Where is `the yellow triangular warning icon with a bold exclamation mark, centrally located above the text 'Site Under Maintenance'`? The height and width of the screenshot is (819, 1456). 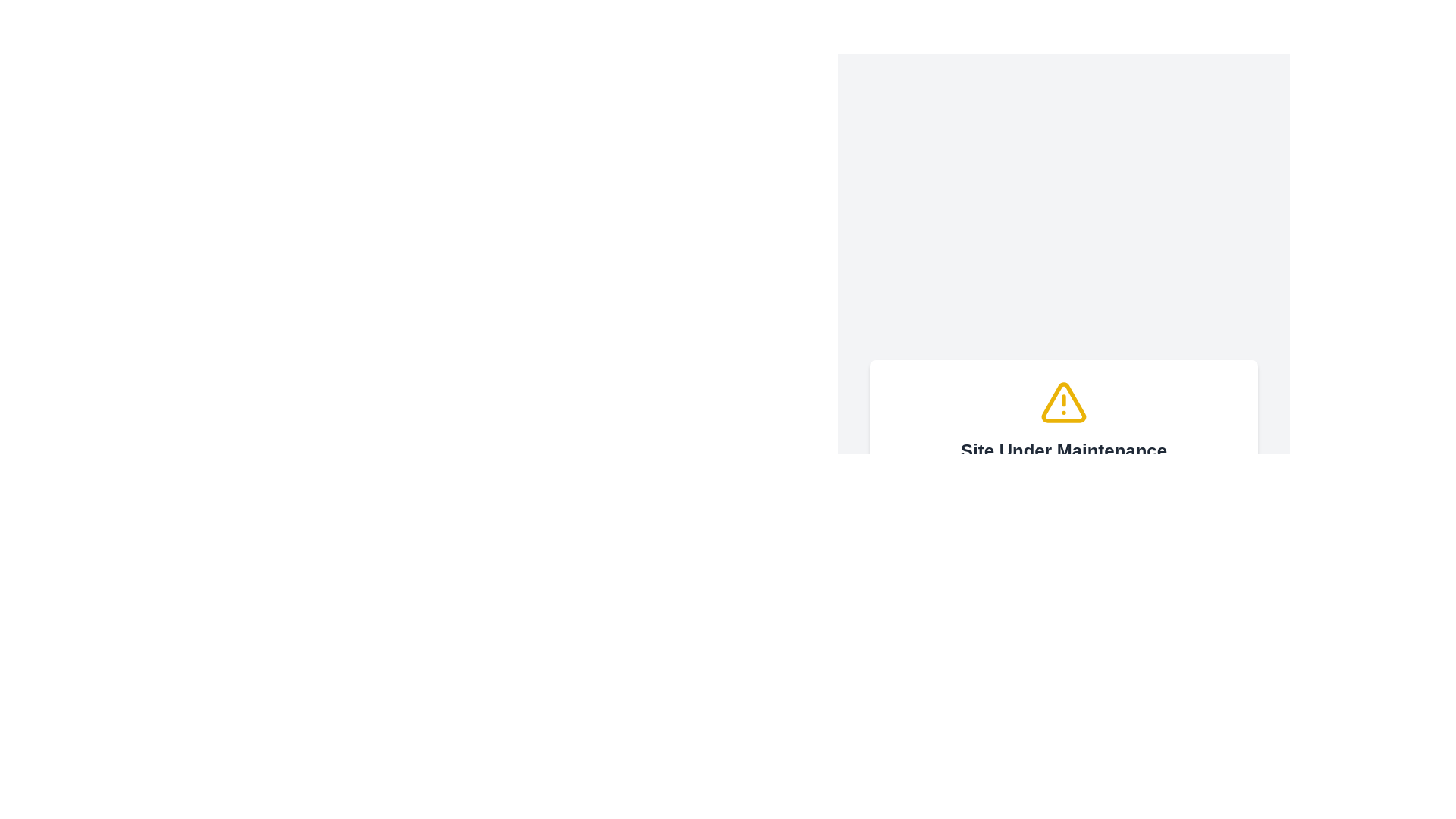
the yellow triangular warning icon with a bold exclamation mark, centrally located above the text 'Site Under Maintenance' is located at coordinates (1062, 402).